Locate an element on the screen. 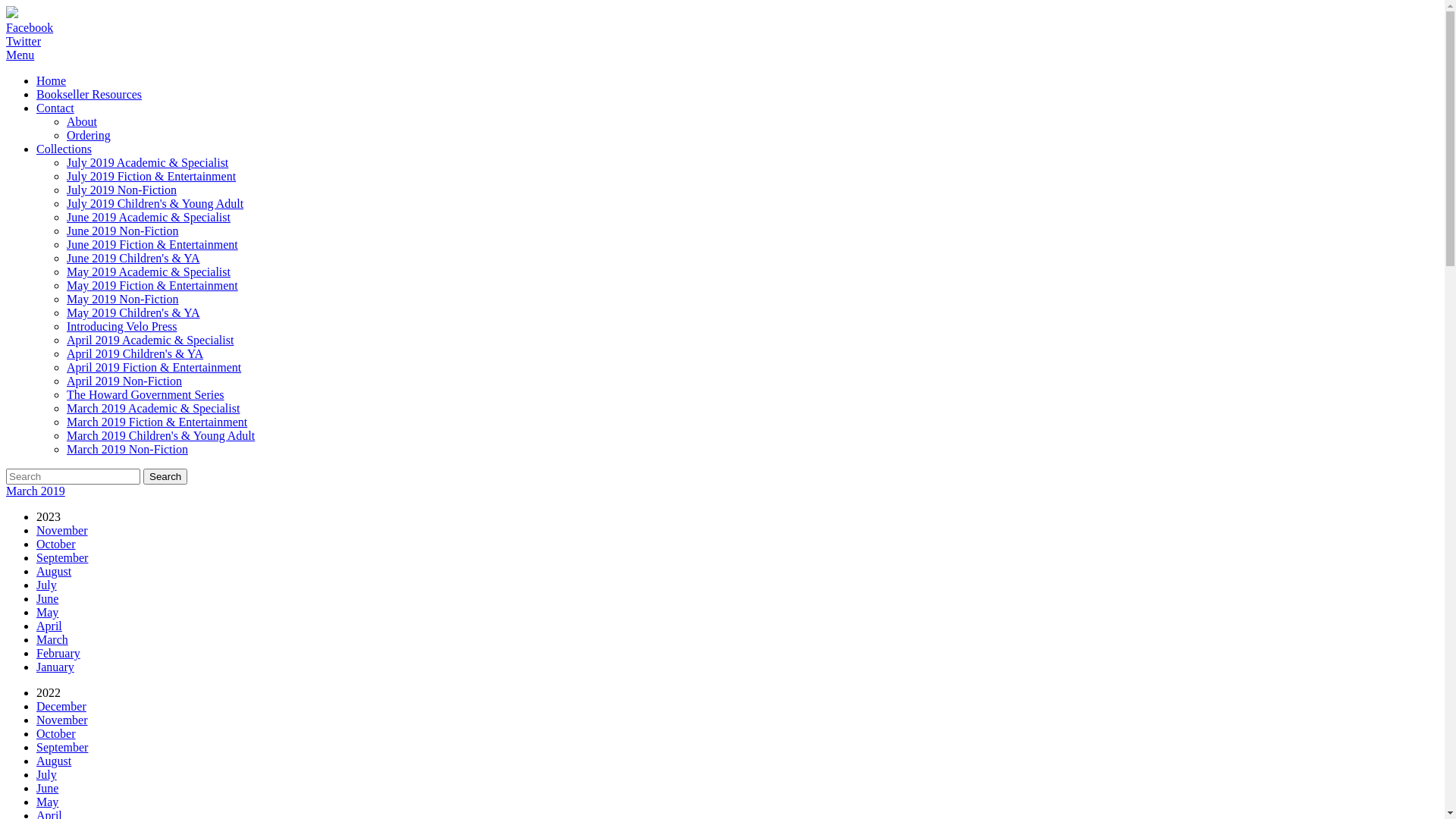 The width and height of the screenshot is (1456, 819). 'April 2019 Academic & Specialist' is located at coordinates (65, 339).